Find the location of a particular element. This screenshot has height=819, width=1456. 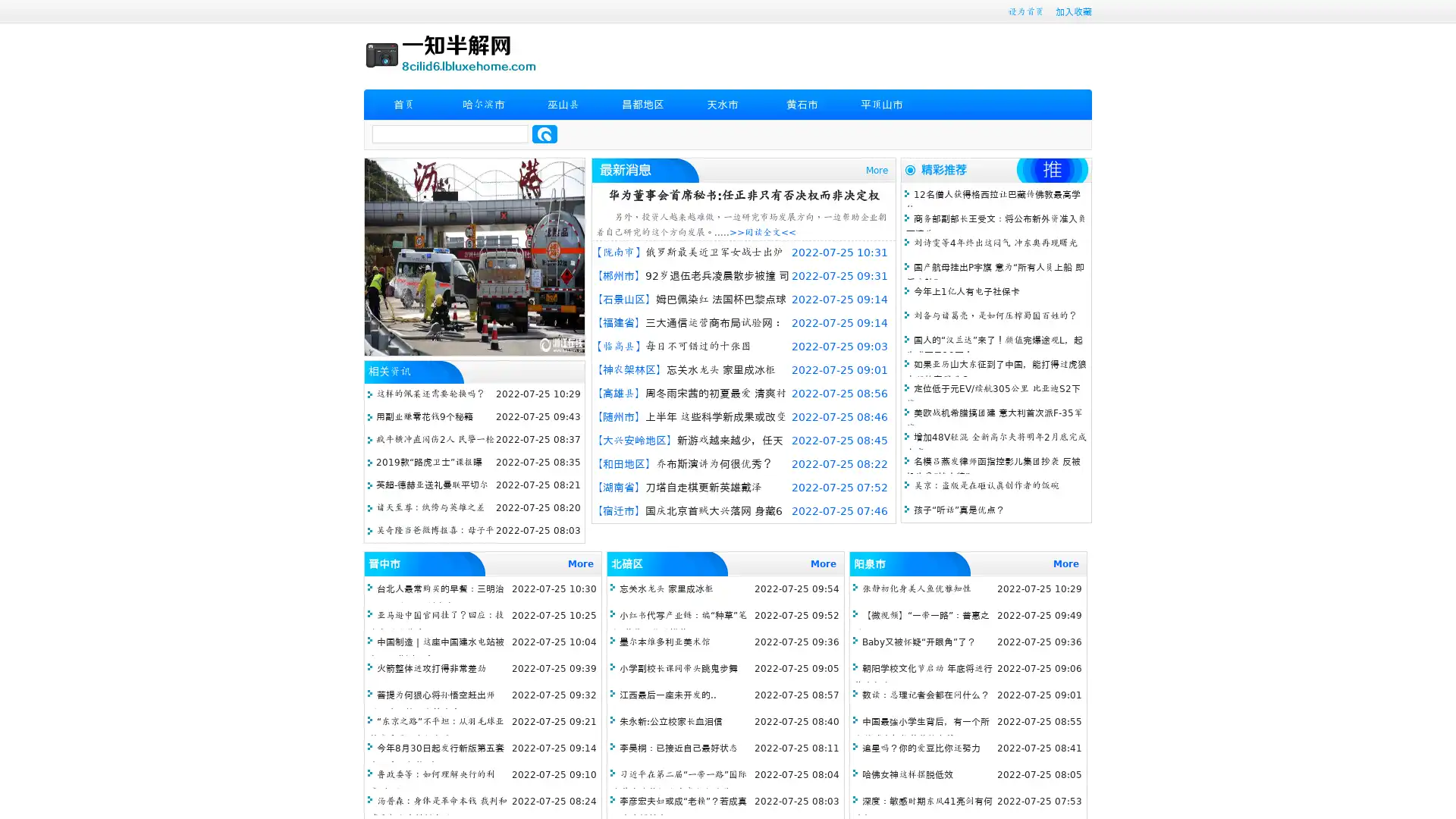

Search is located at coordinates (544, 133).